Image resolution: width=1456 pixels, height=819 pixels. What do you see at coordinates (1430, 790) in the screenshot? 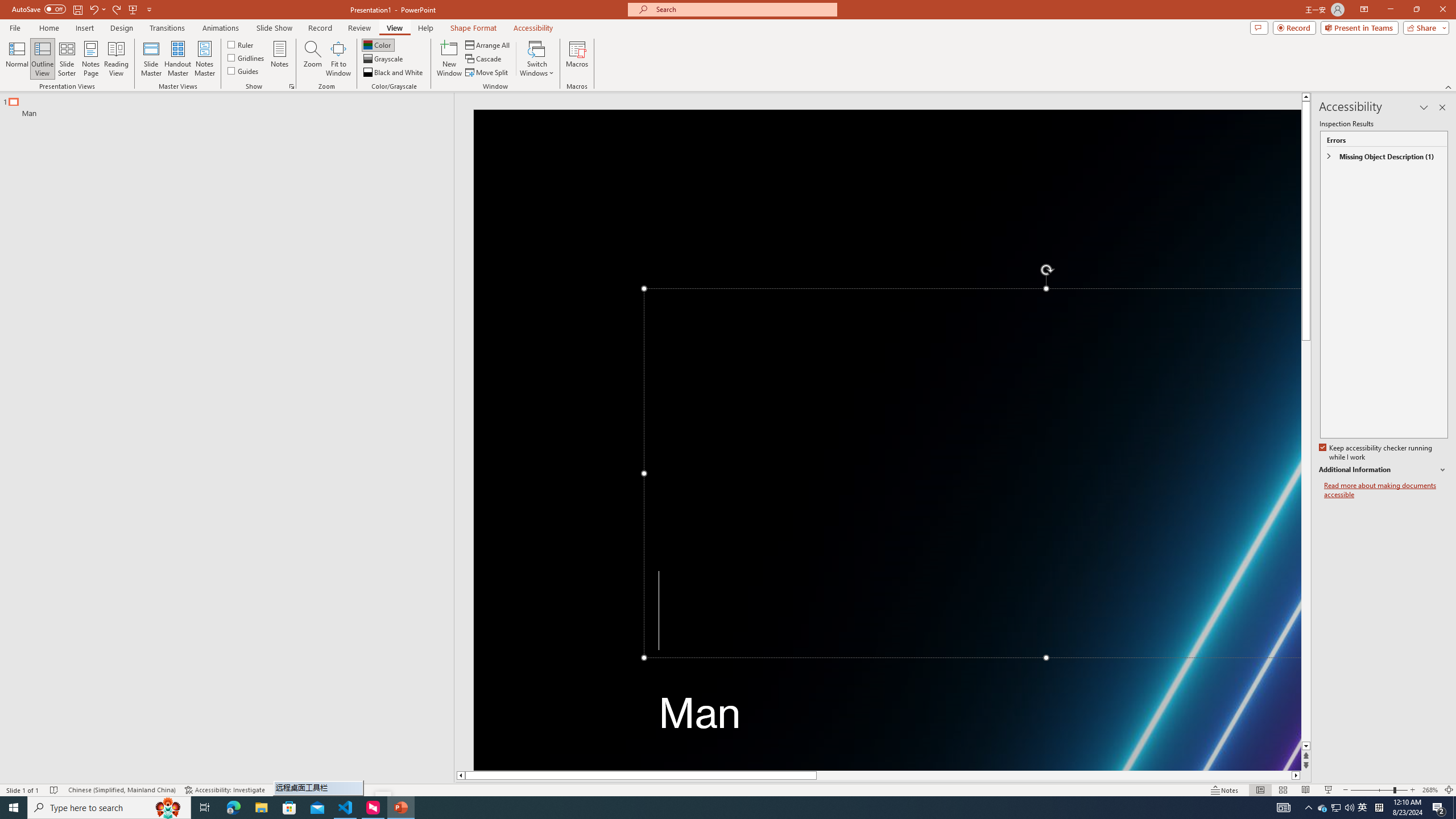
I see `'Zoom 268%'` at bounding box center [1430, 790].